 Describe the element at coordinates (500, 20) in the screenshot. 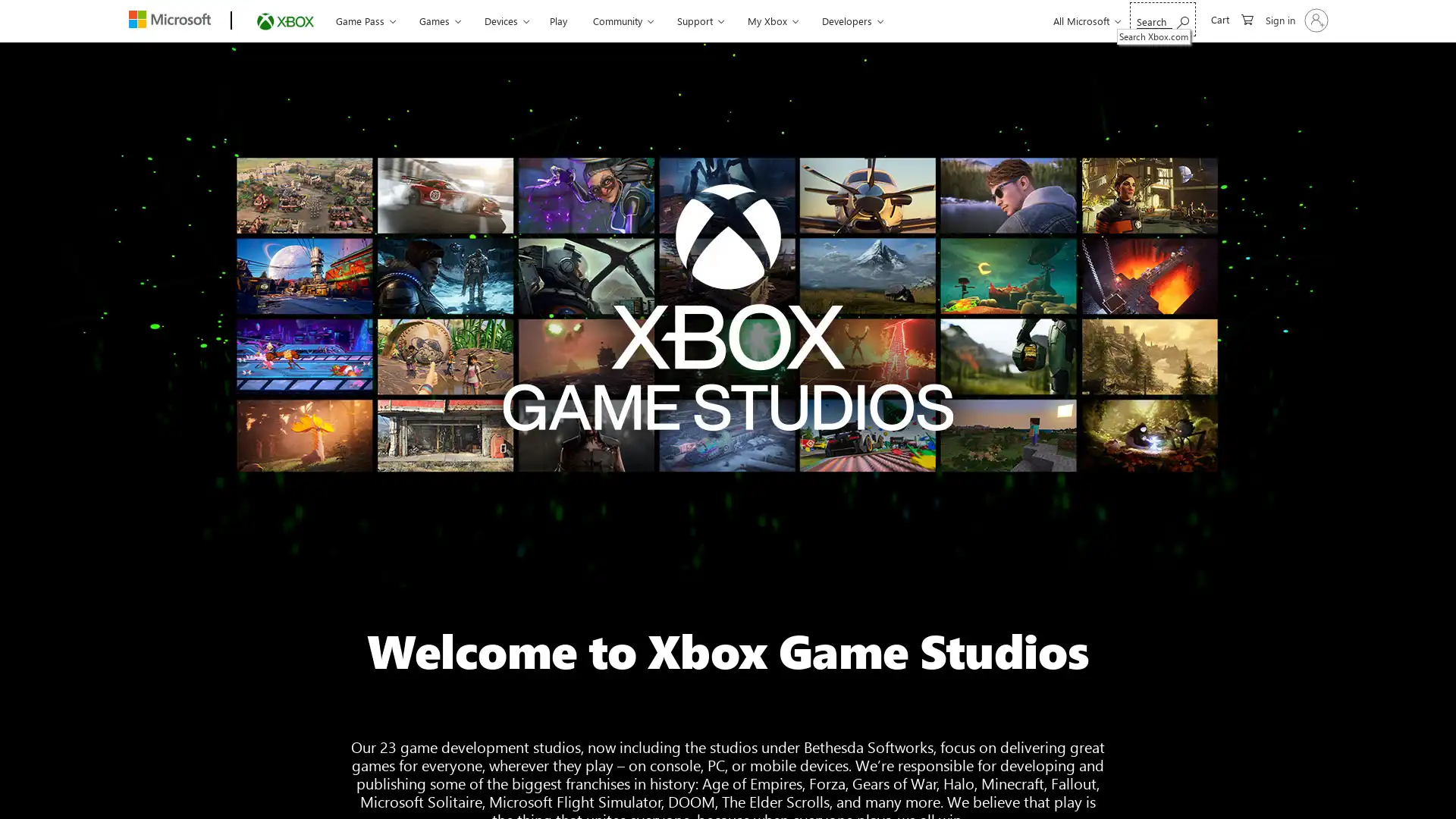

I see `Devices` at that location.